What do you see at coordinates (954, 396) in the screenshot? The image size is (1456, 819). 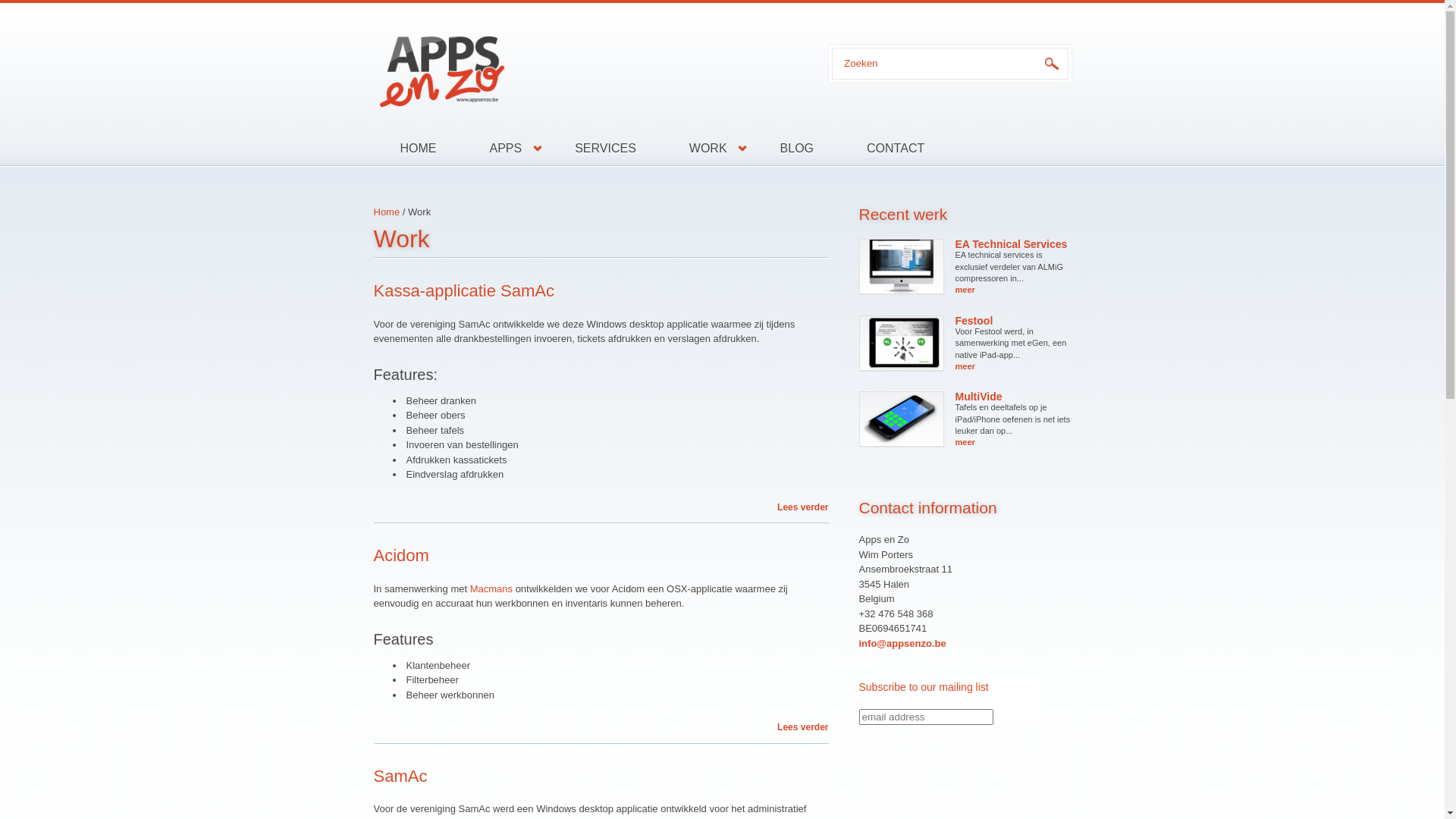 I see `'MultiVide'` at bounding box center [954, 396].